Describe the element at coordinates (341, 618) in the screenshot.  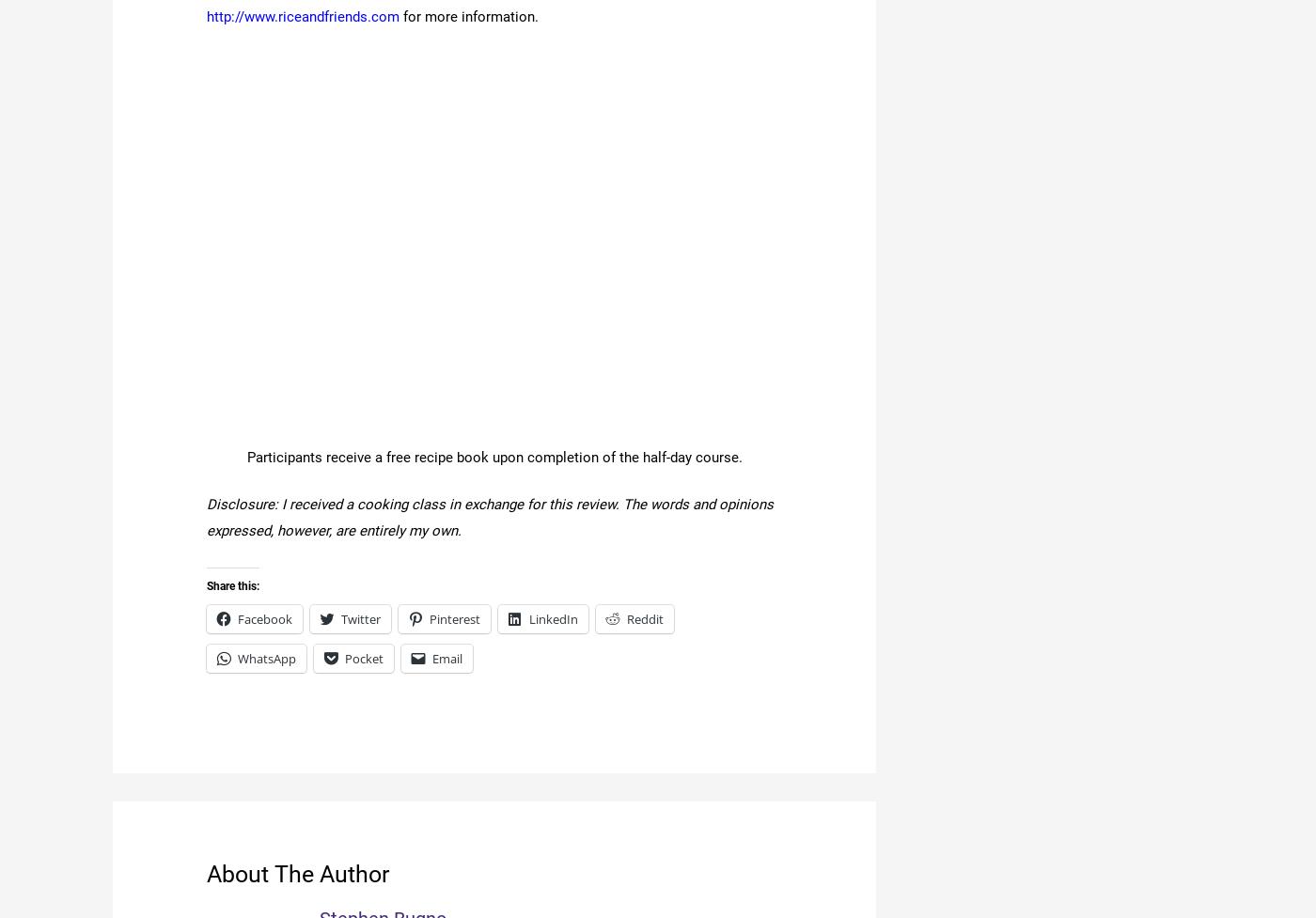
I see `'Twitter'` at that location.